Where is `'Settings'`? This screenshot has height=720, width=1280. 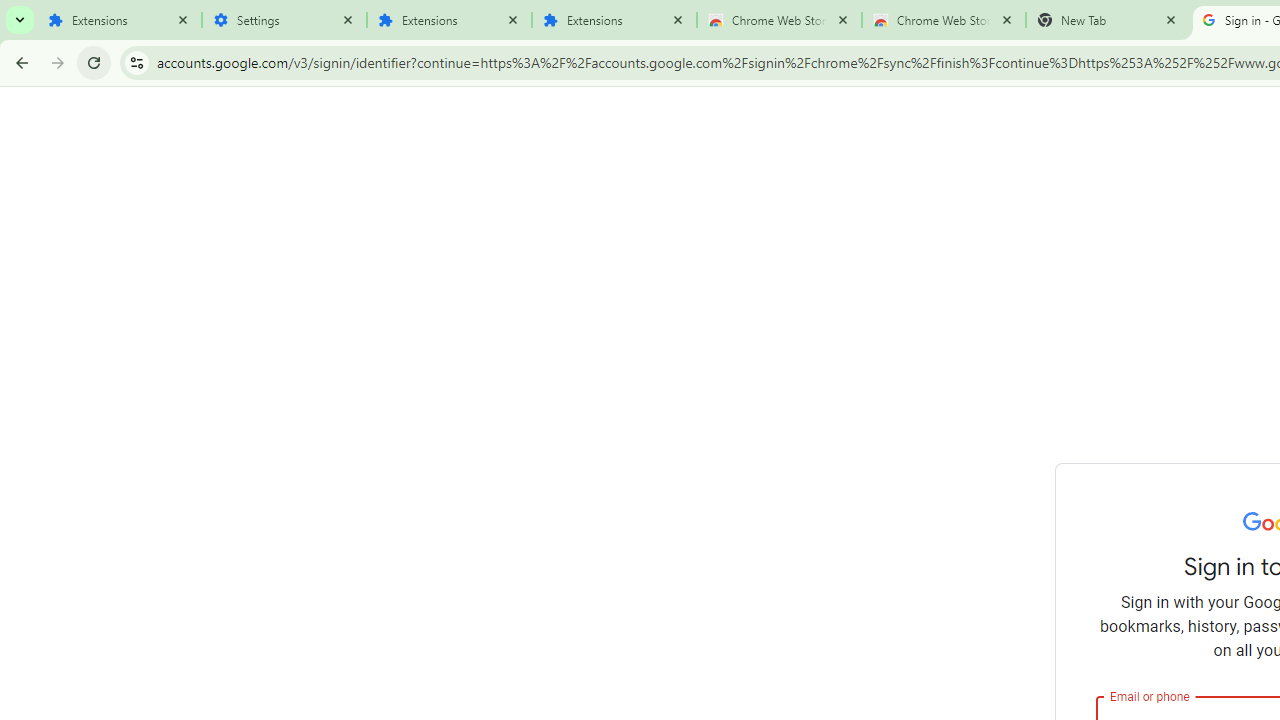 'Settings' is located at coordinates (283, 20).